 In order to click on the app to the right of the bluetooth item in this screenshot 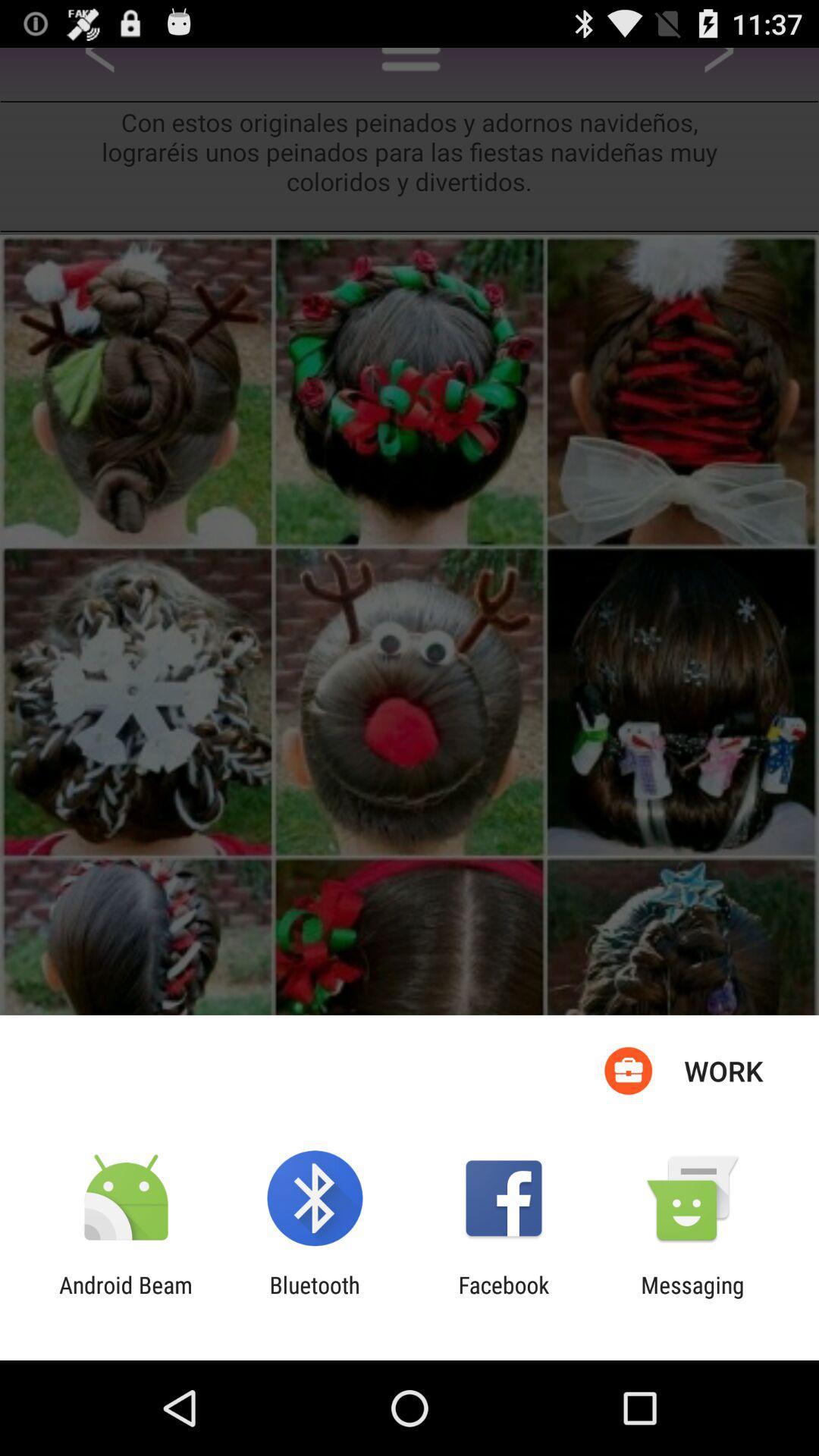, I will do `click(504, 1298)`.